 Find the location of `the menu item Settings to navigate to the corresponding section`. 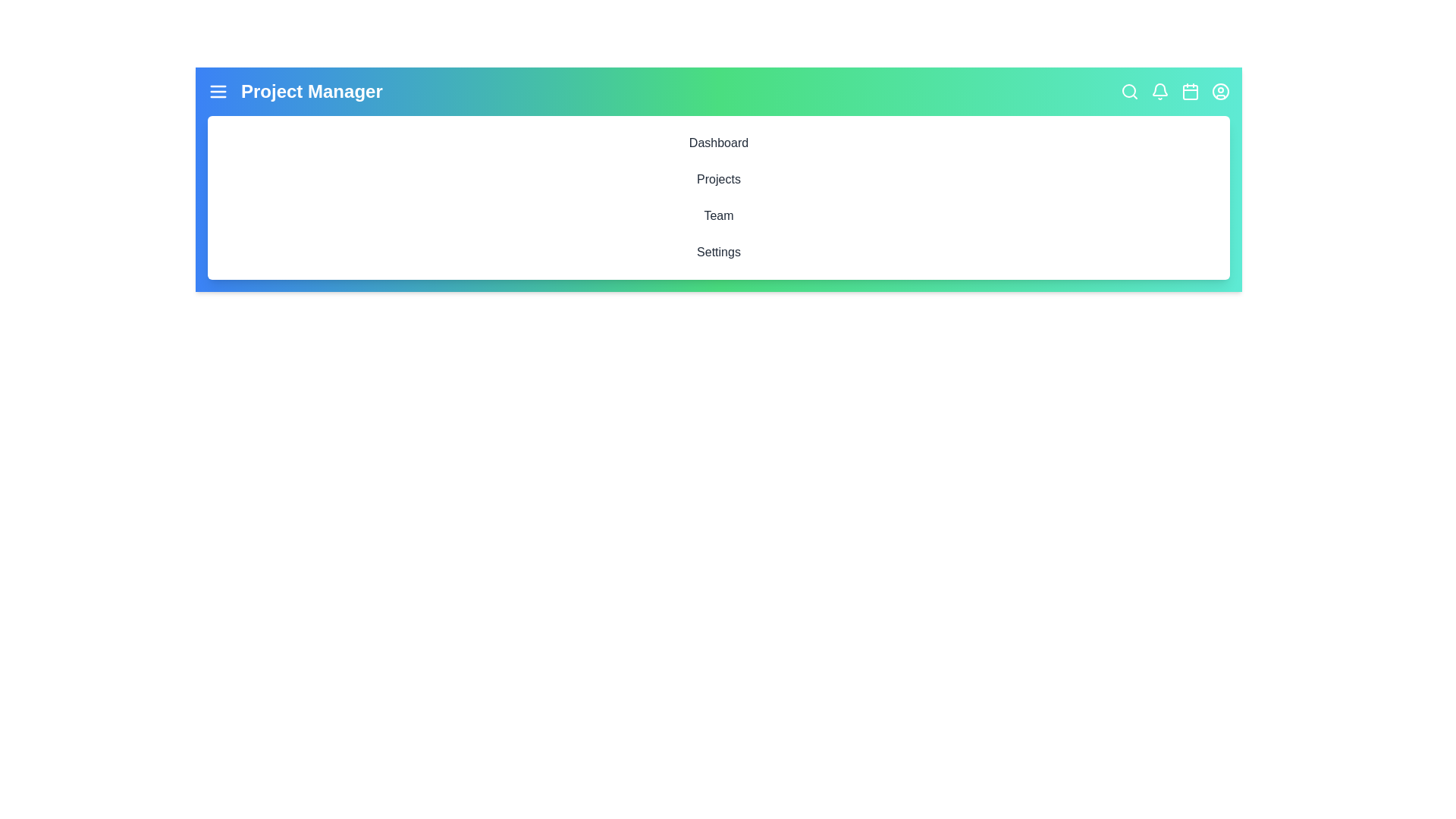

the menu item Settings to navigate to the corresponding section is located at coordinates (718, 251).